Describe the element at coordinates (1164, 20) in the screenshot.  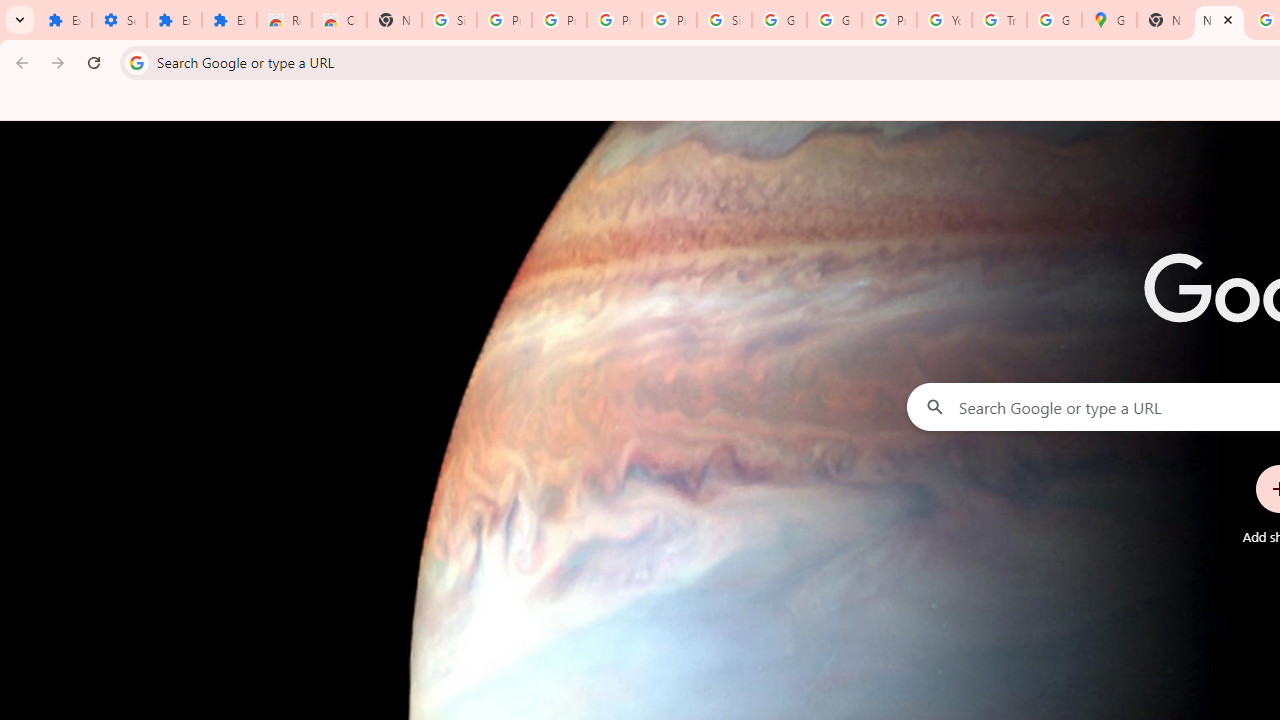
I see `'New Tab'` at that location.